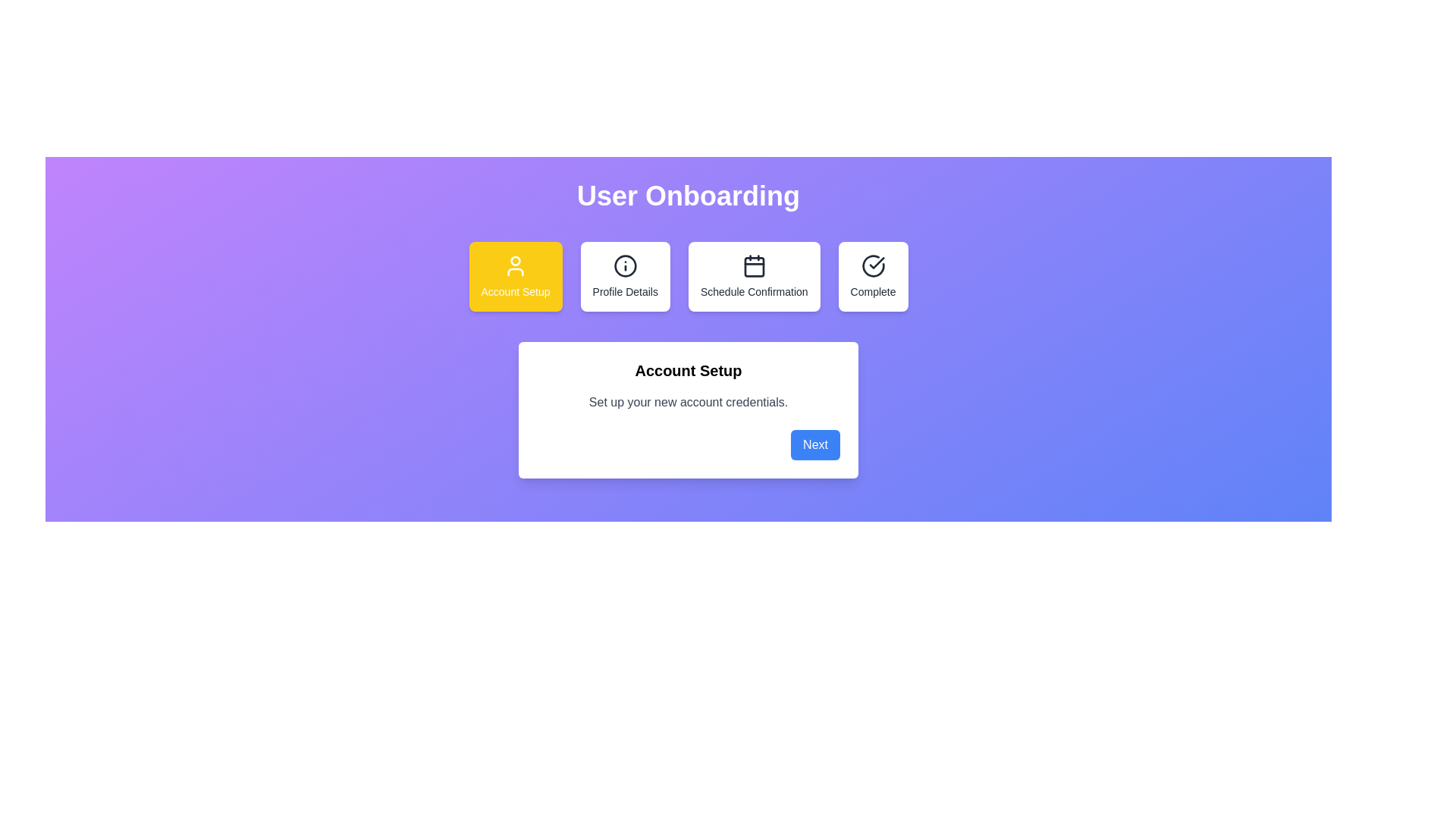 The image size is (1456, 819). What do you see at coordinates (625, 277) in the screenshot?
I see `the step icon for Profile Details to navigate to that step` at bounding box center [625, 277].